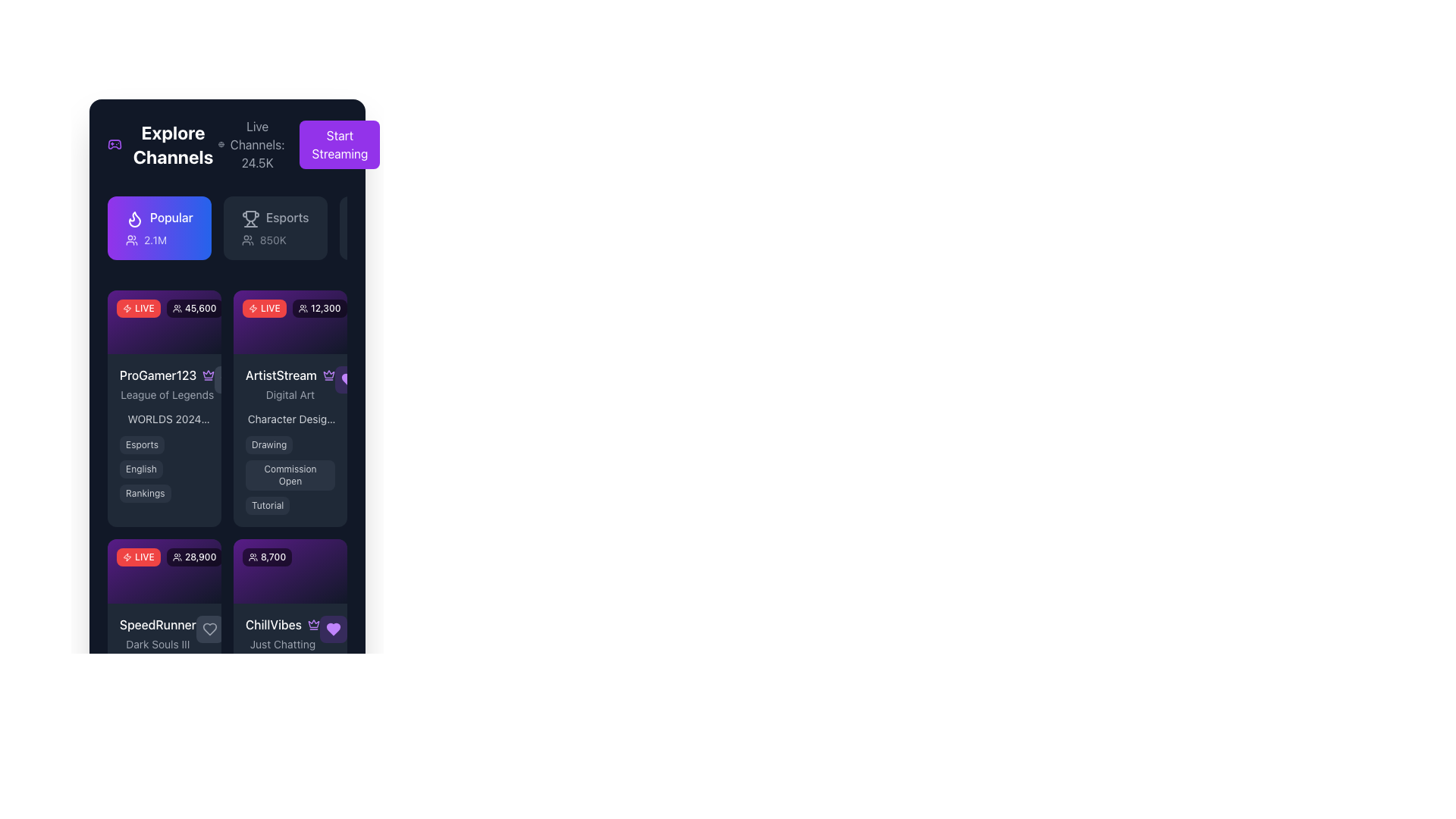  Describe the element at coordinates (348, 379) in the screenshot. I see `the heart-shaped icon located in the top-right corner of the 'ArtistStream' card` at that location.